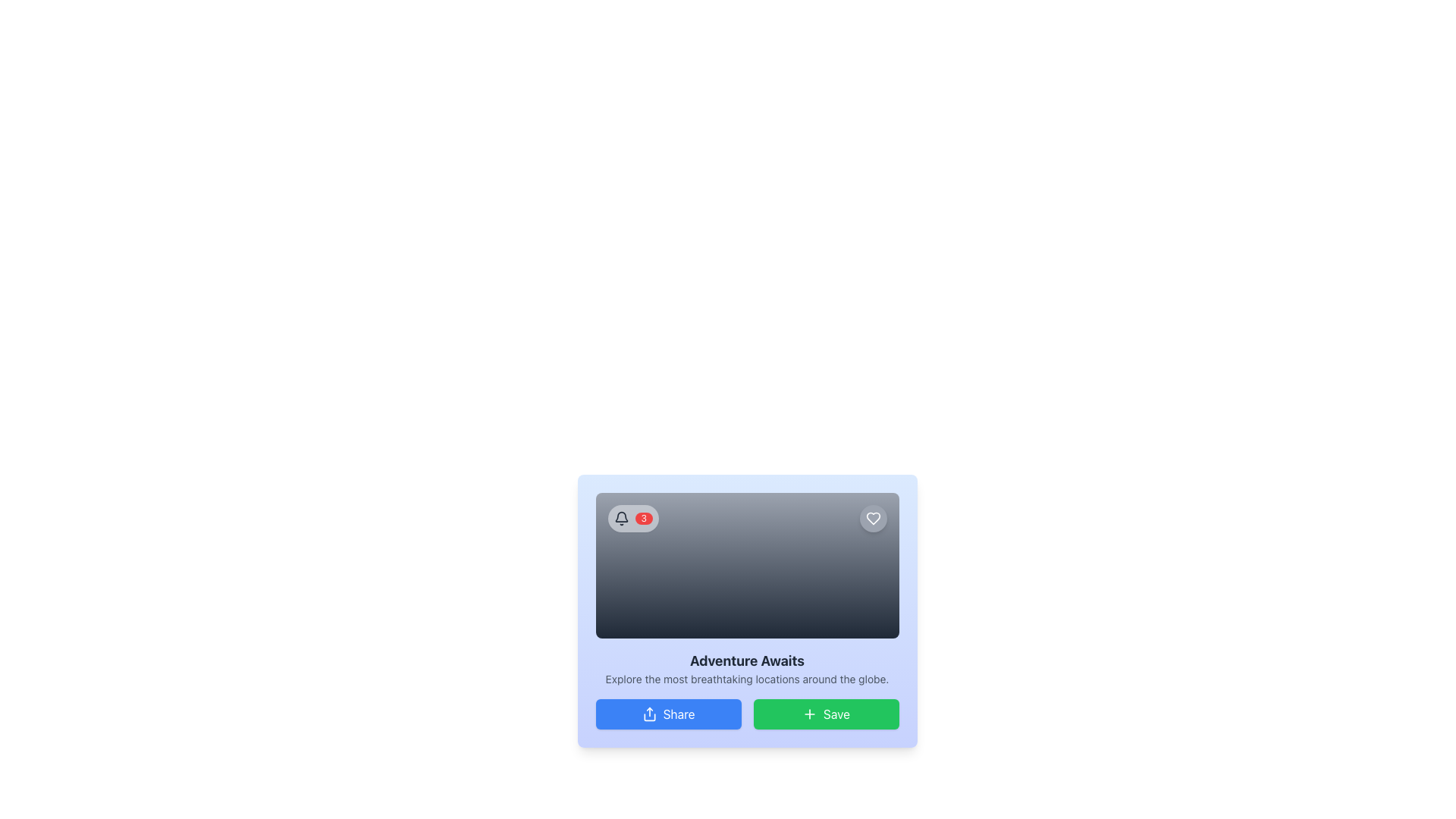 This screenshot has height=819, width=1456. Describe the element at coordinates (747, 610) in the screenshot. I see `the Card Component that presents information about an exploration theme, located in the lower half of the interface` at that location.